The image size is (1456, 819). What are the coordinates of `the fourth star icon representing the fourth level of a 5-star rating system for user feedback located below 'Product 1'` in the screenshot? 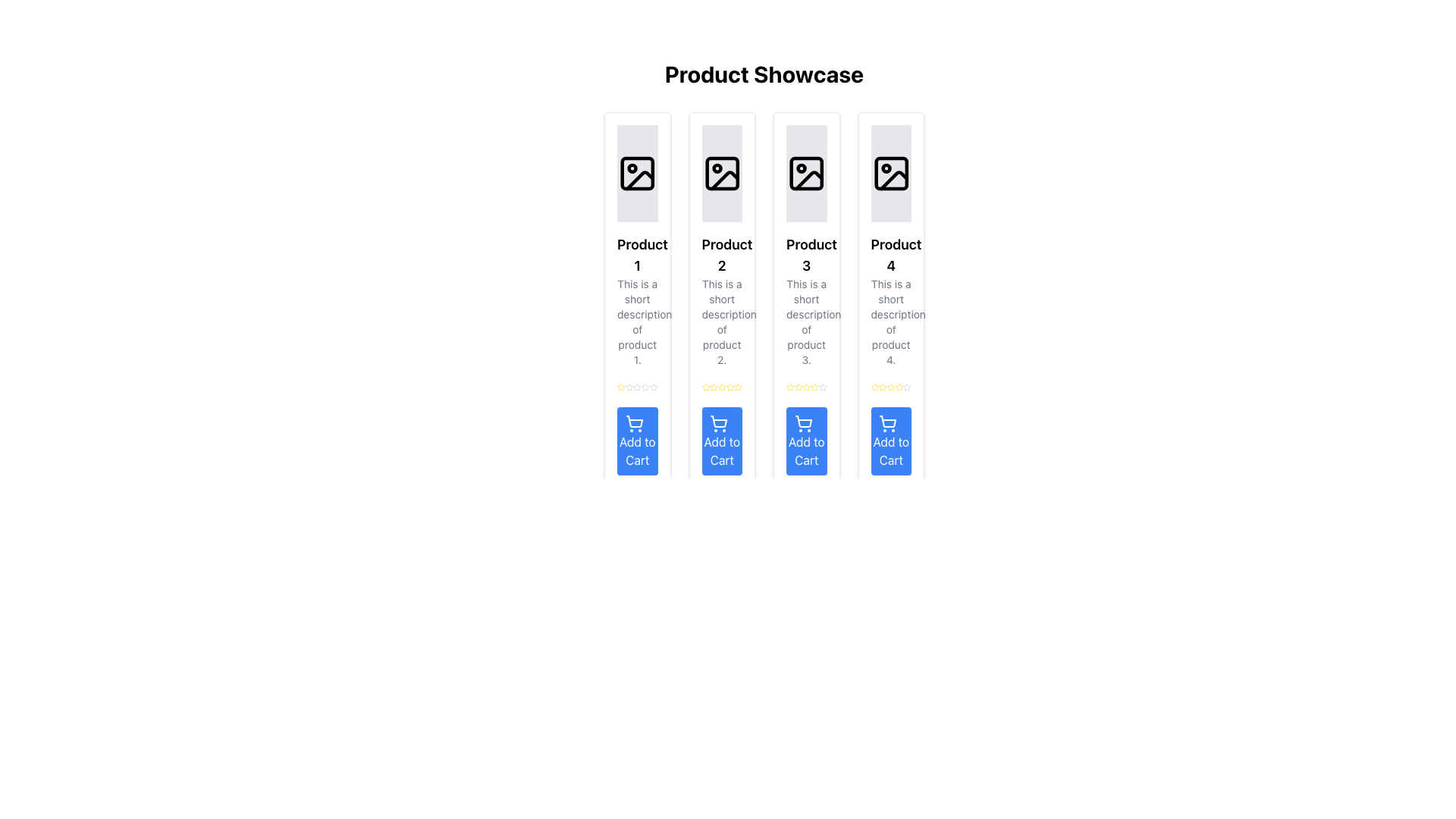 It's located at (637, 386).